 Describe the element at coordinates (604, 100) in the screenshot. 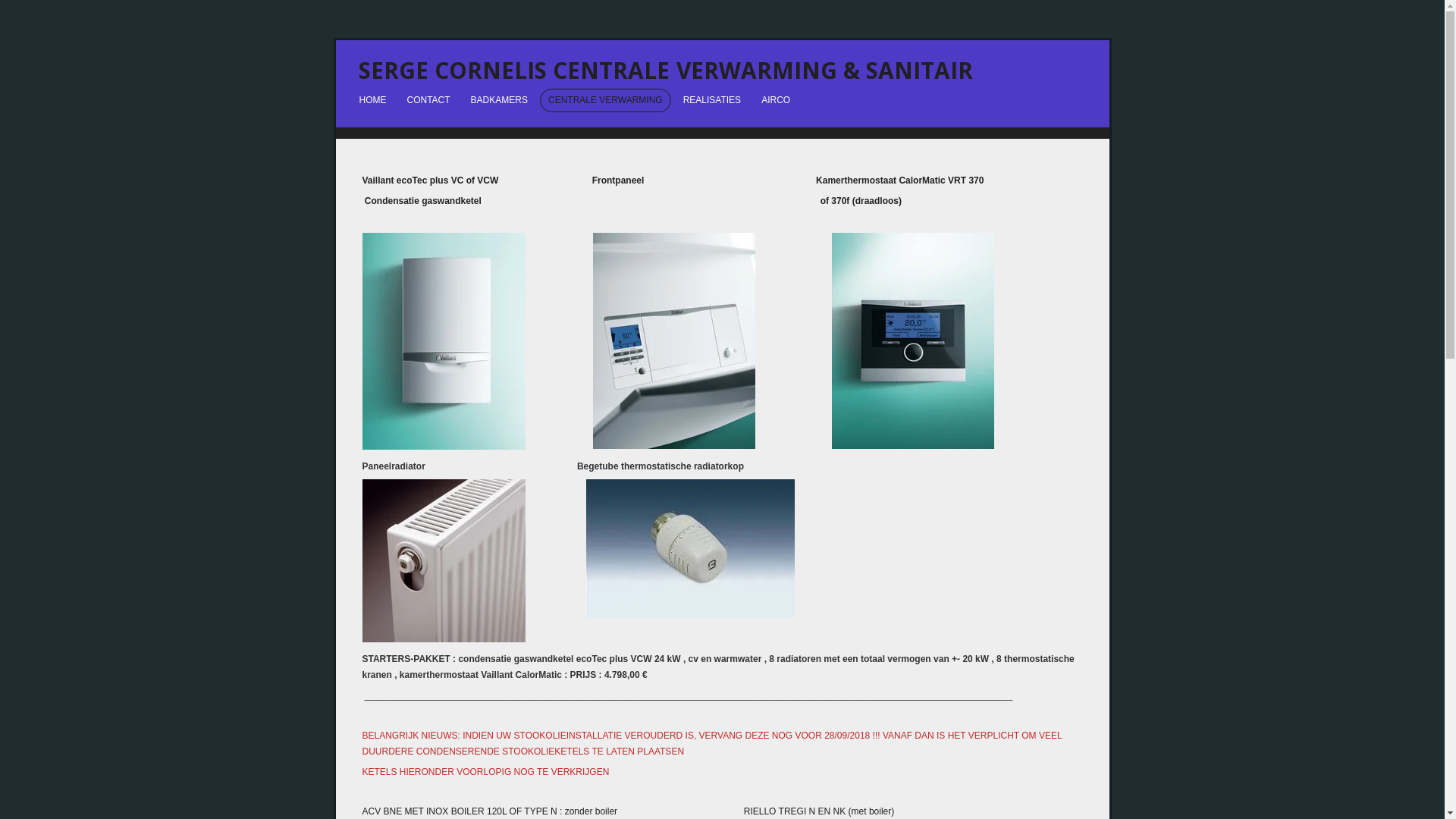

I see `'CENTRALE VERWARMING'` at that location.